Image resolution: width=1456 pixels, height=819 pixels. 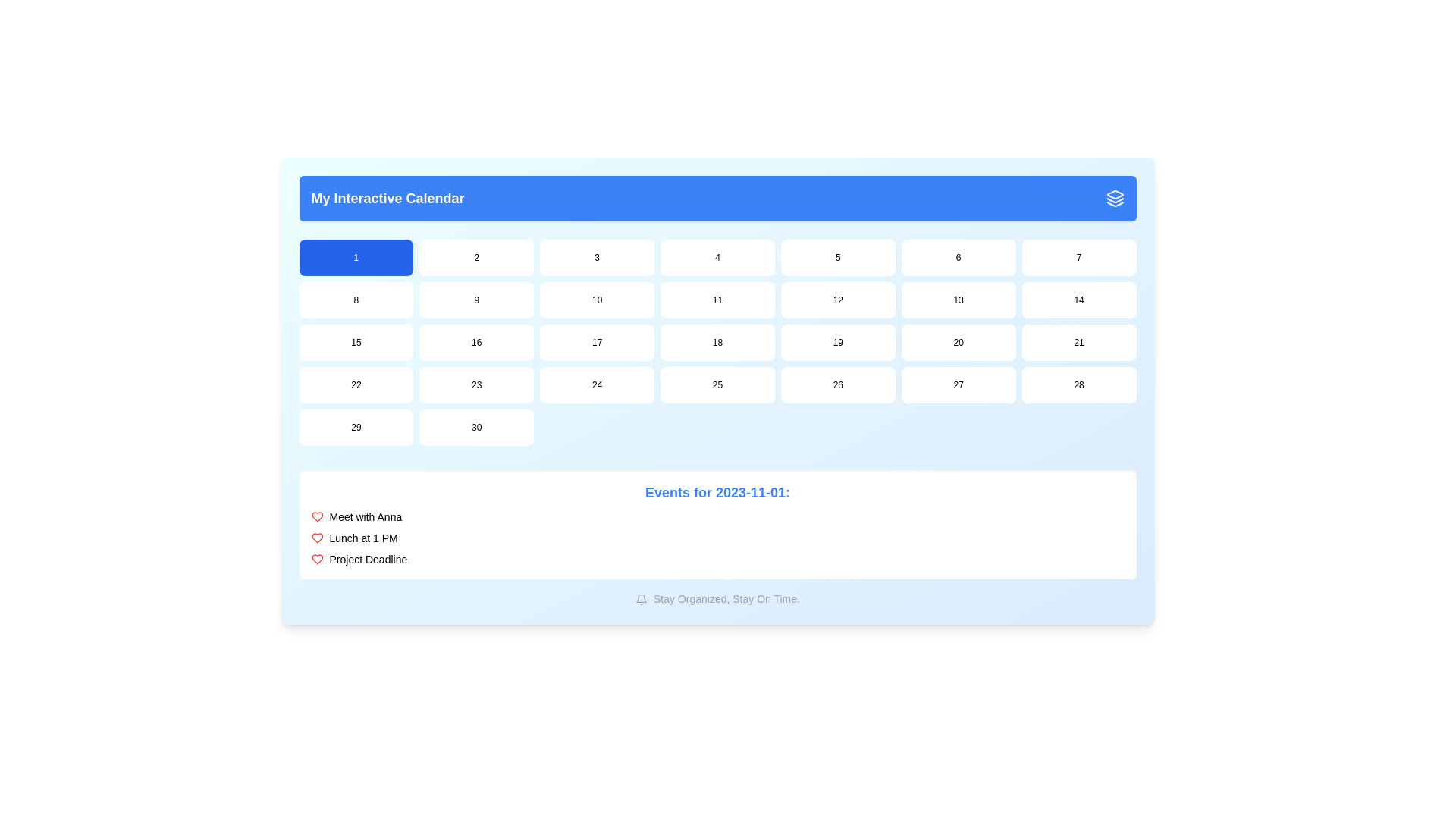 What do you see at coordinates (717, 342) in the screenshot?
I see `the calendar button representing the 18th day` at bounding box center [717, 342].